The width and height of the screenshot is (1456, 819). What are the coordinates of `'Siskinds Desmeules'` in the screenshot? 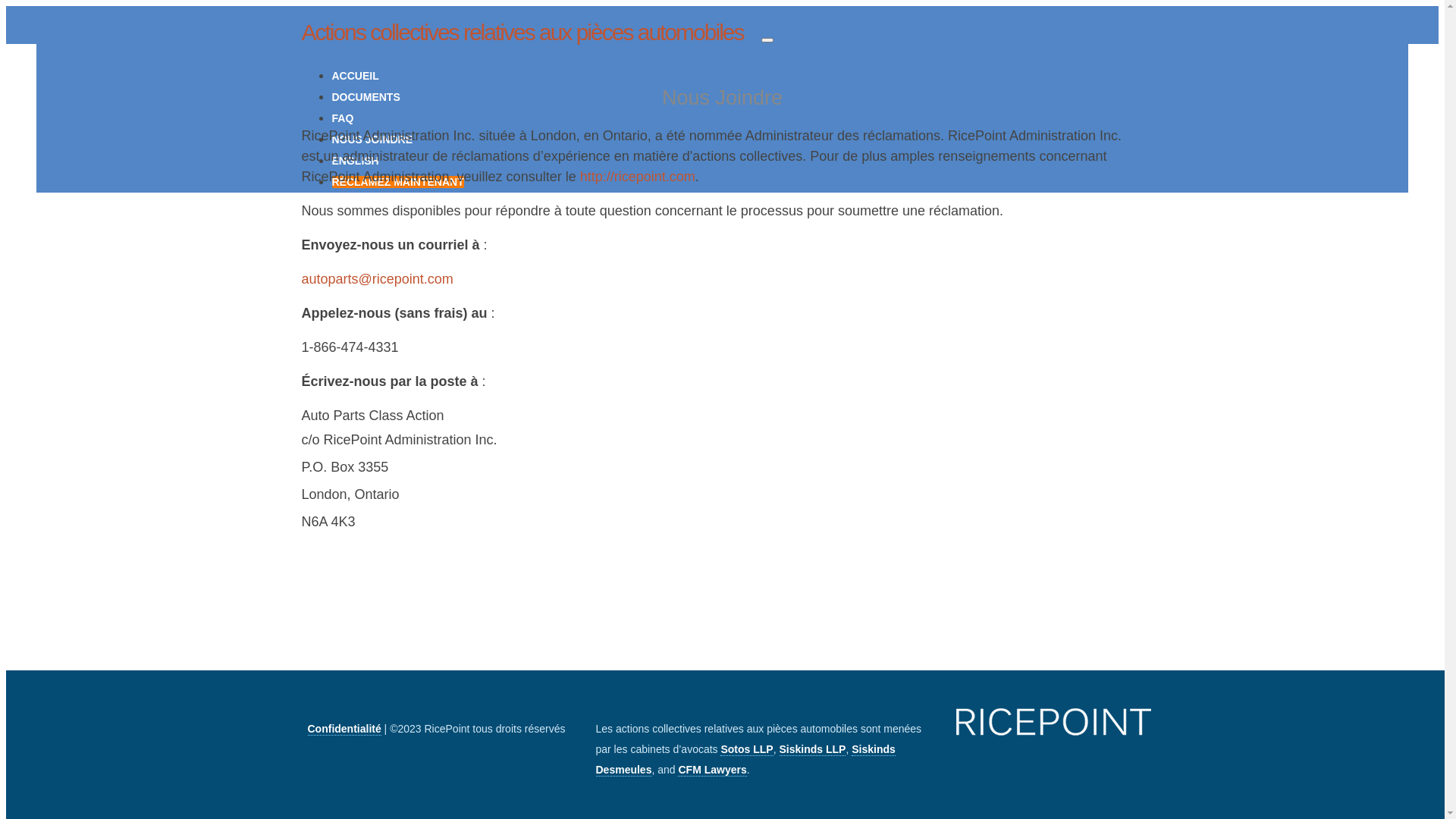 It's located at (745, 760).